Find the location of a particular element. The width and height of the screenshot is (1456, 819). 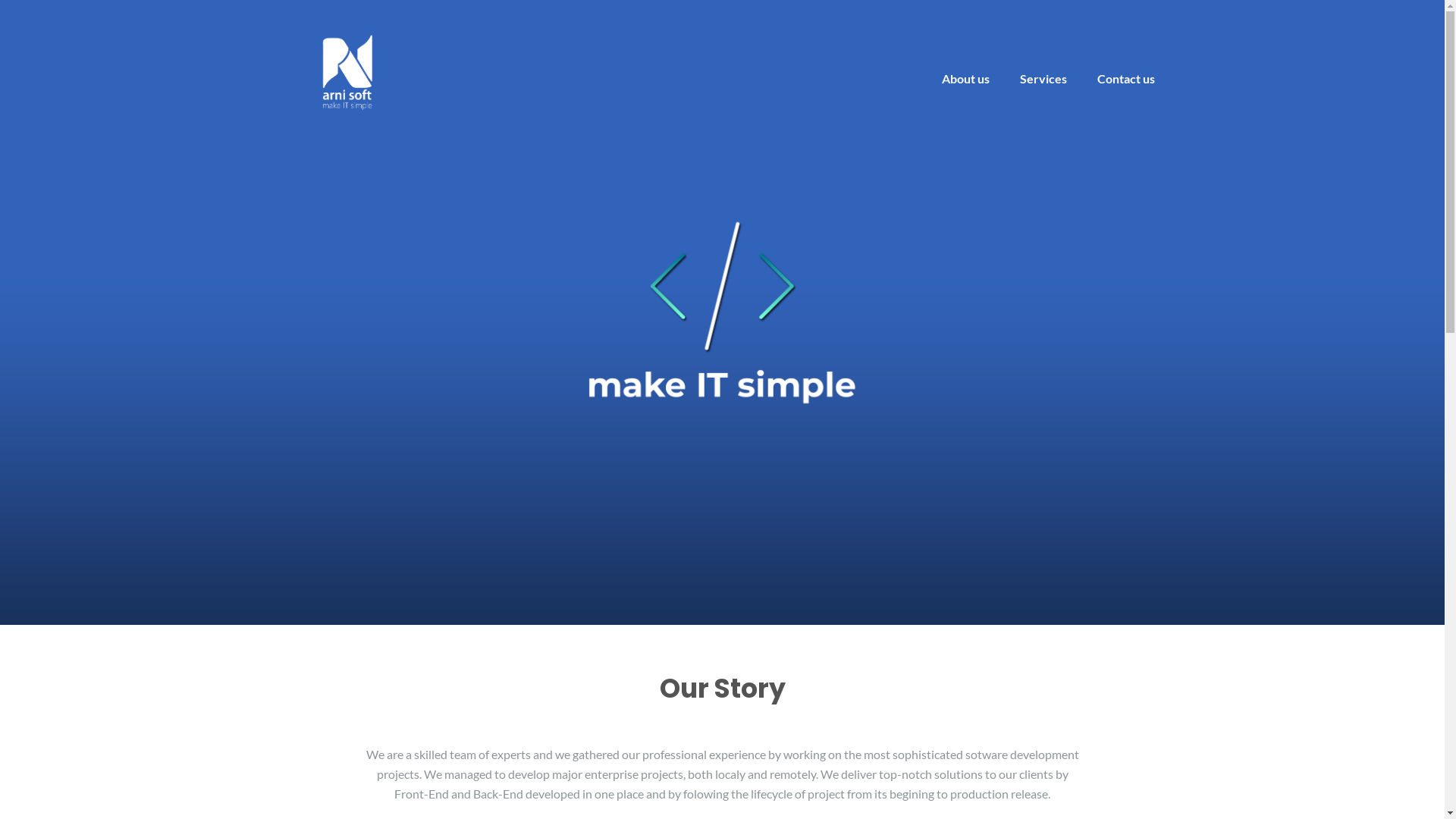

'Services' is located at coordinates (1019, 78).